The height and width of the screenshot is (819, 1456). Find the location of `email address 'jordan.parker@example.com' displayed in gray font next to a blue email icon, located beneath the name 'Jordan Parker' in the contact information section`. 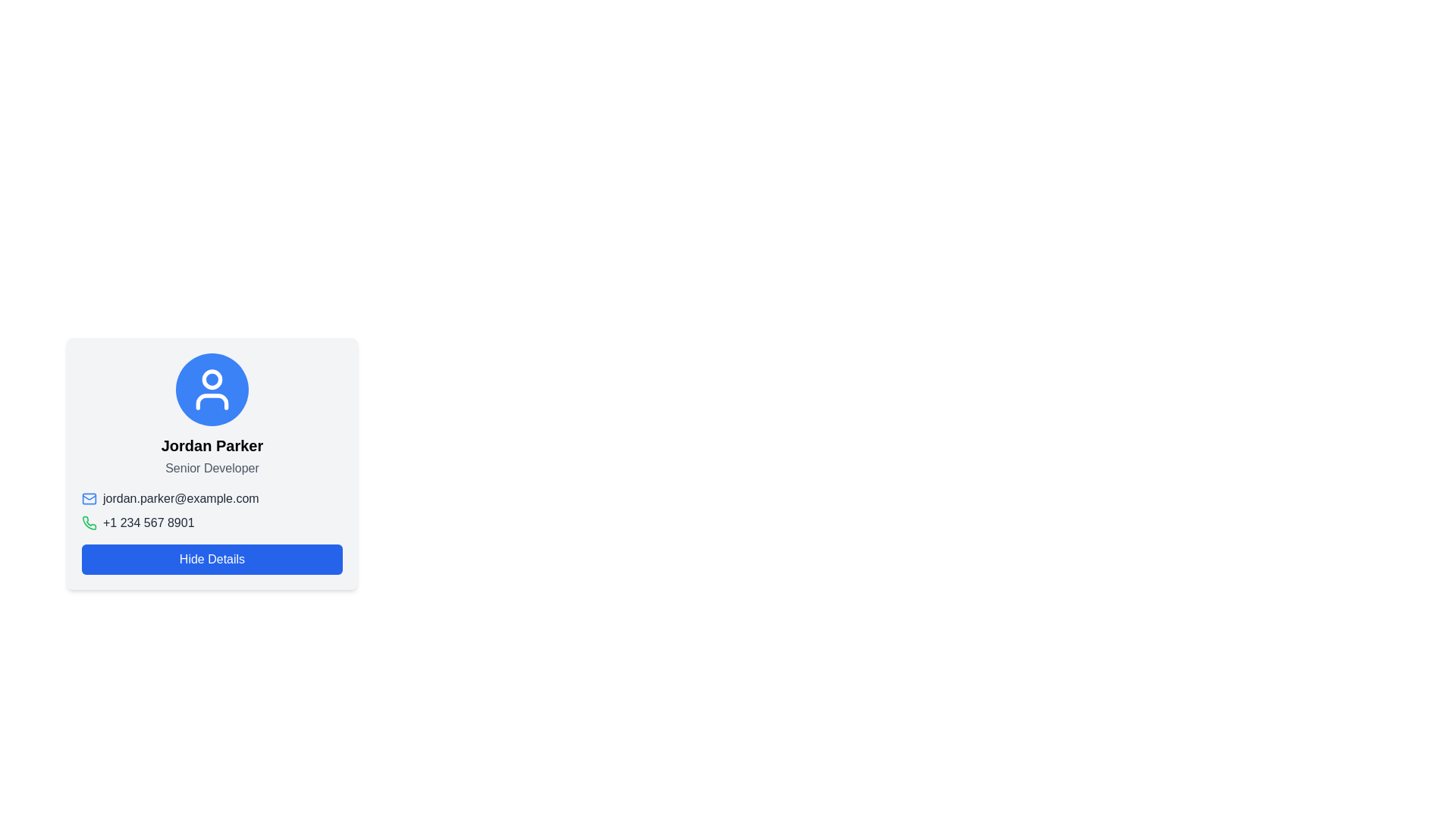

email address 'jordan.parker@example.com' displayed in gray font next to a blue email icon, located beneath the name 'Jordan Parker' in the contact information section is located at coordinates (211, 499).